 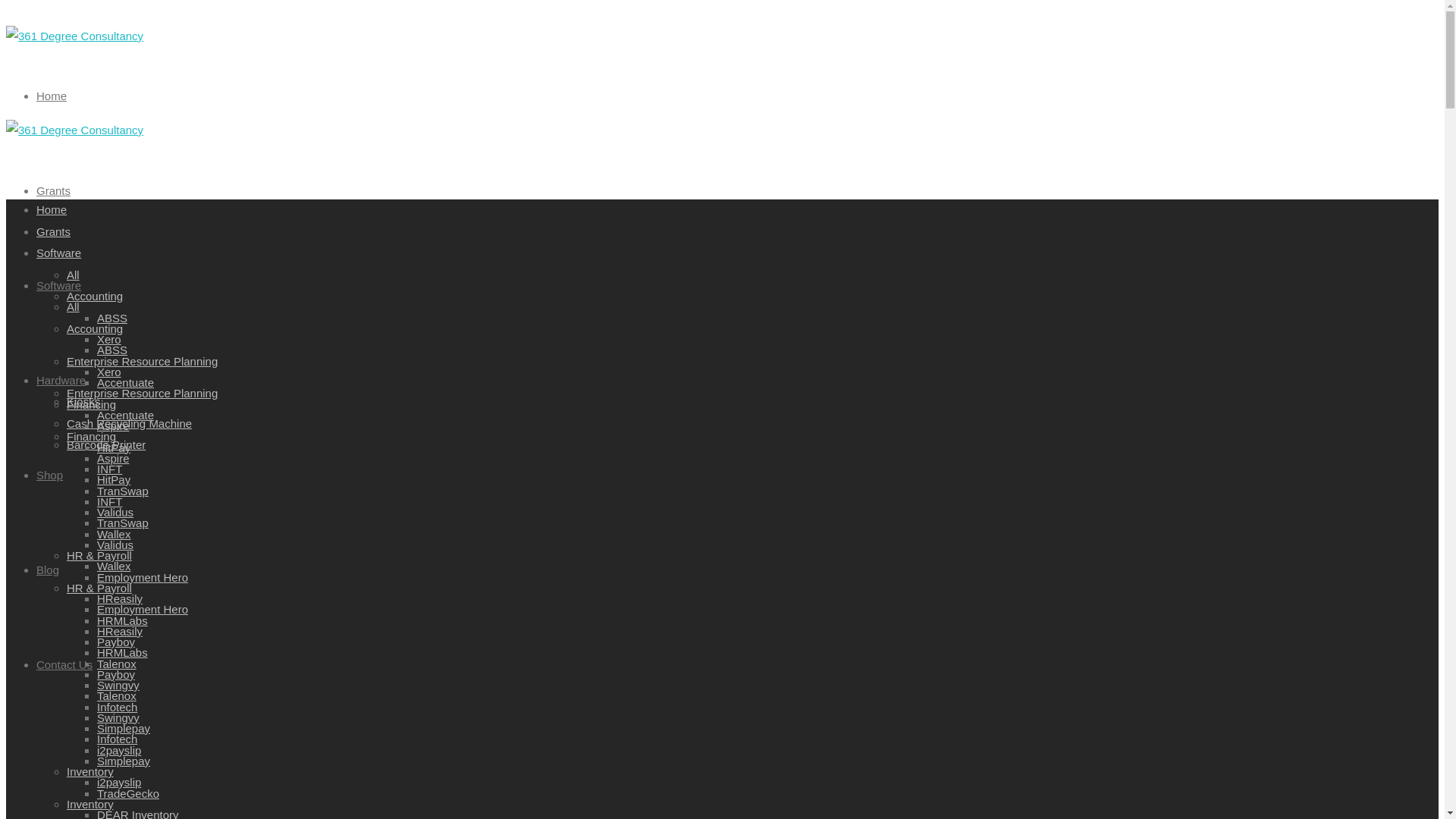 I want to click on 'Inventory', so click(x=89, y=803).